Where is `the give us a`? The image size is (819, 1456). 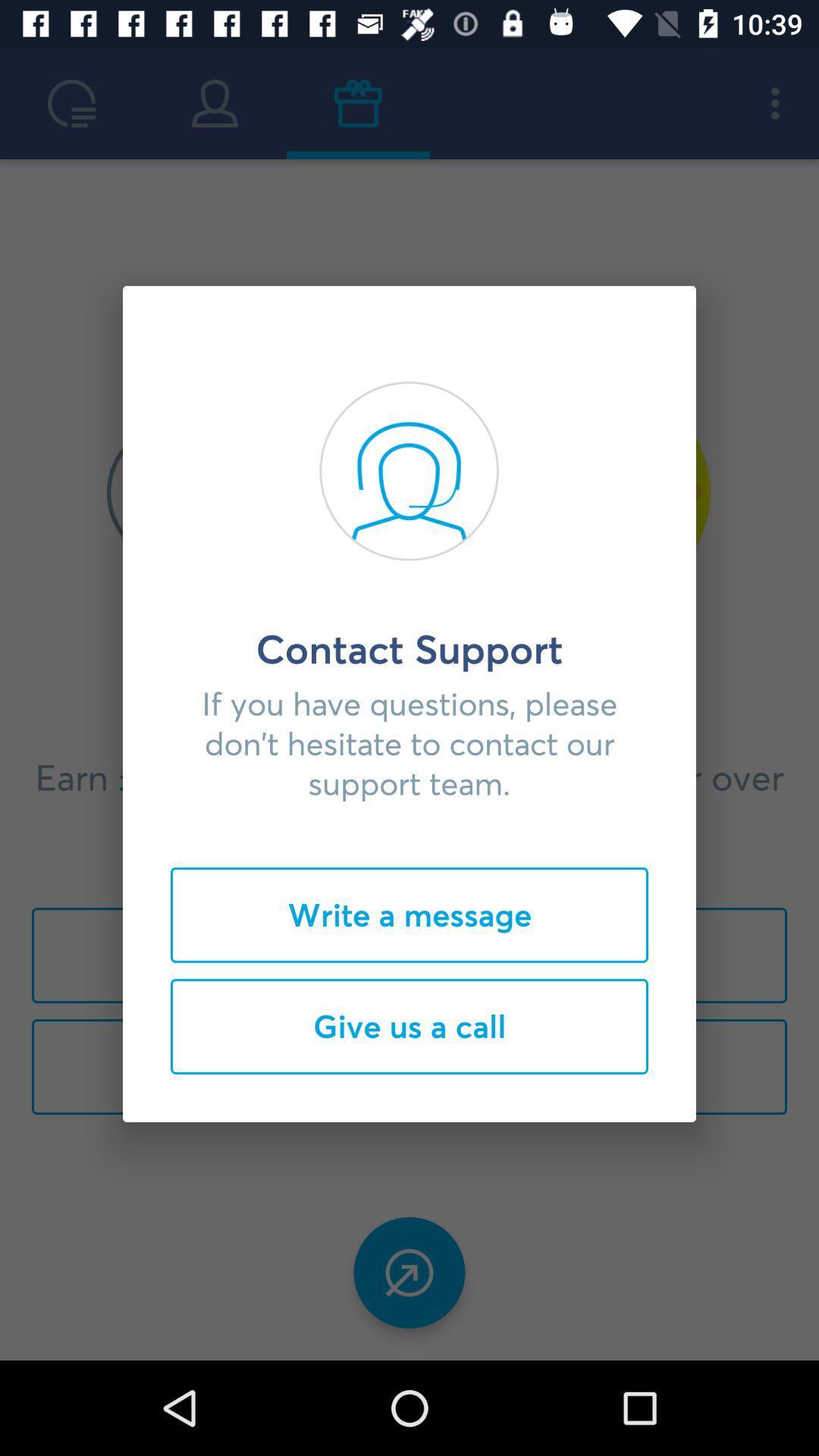 the give us a is located at coordinates (409, 1026).